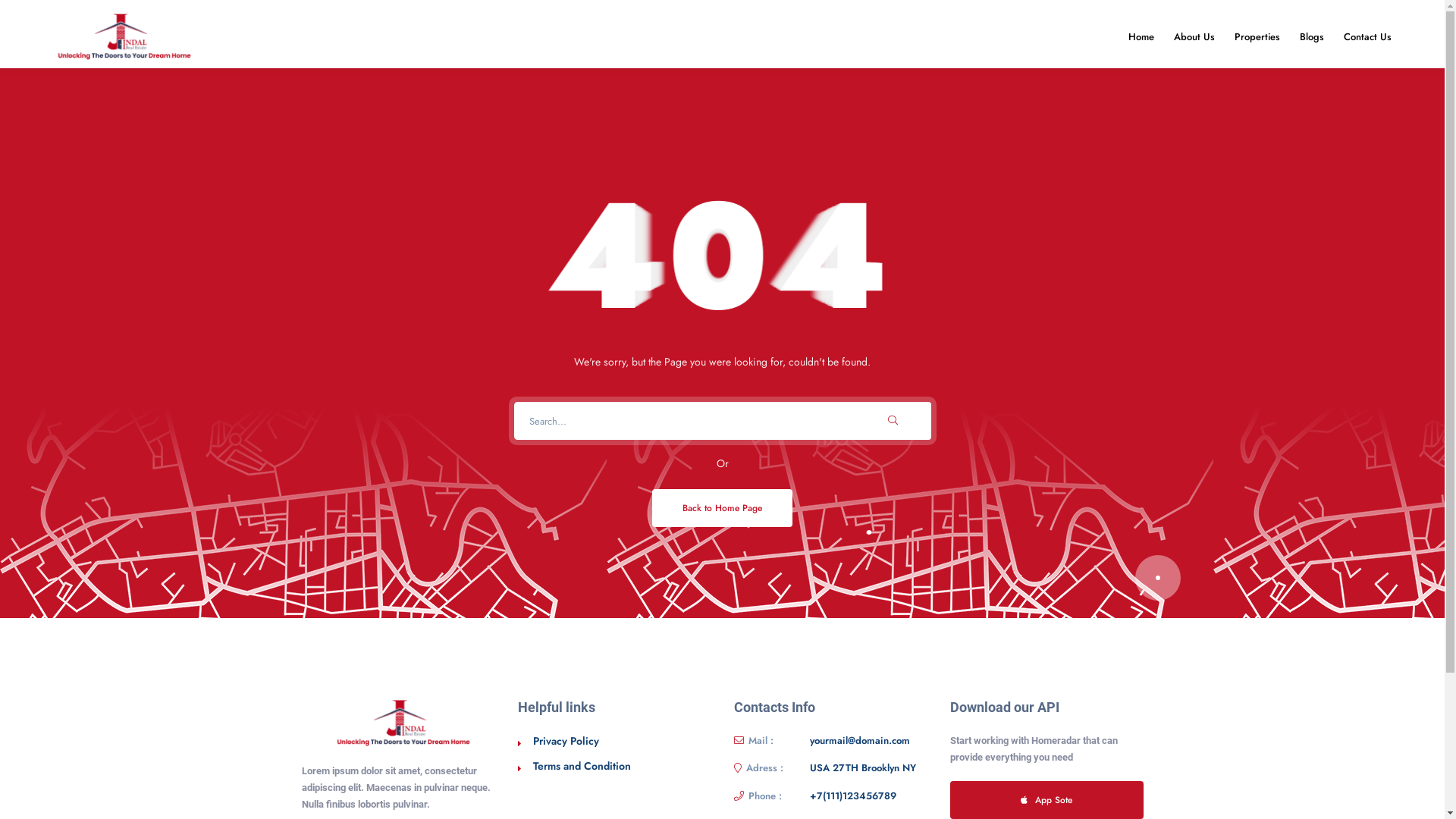 The image size is (1456, 819). I want to click on 'Terms and Condition', so click(580, 766).